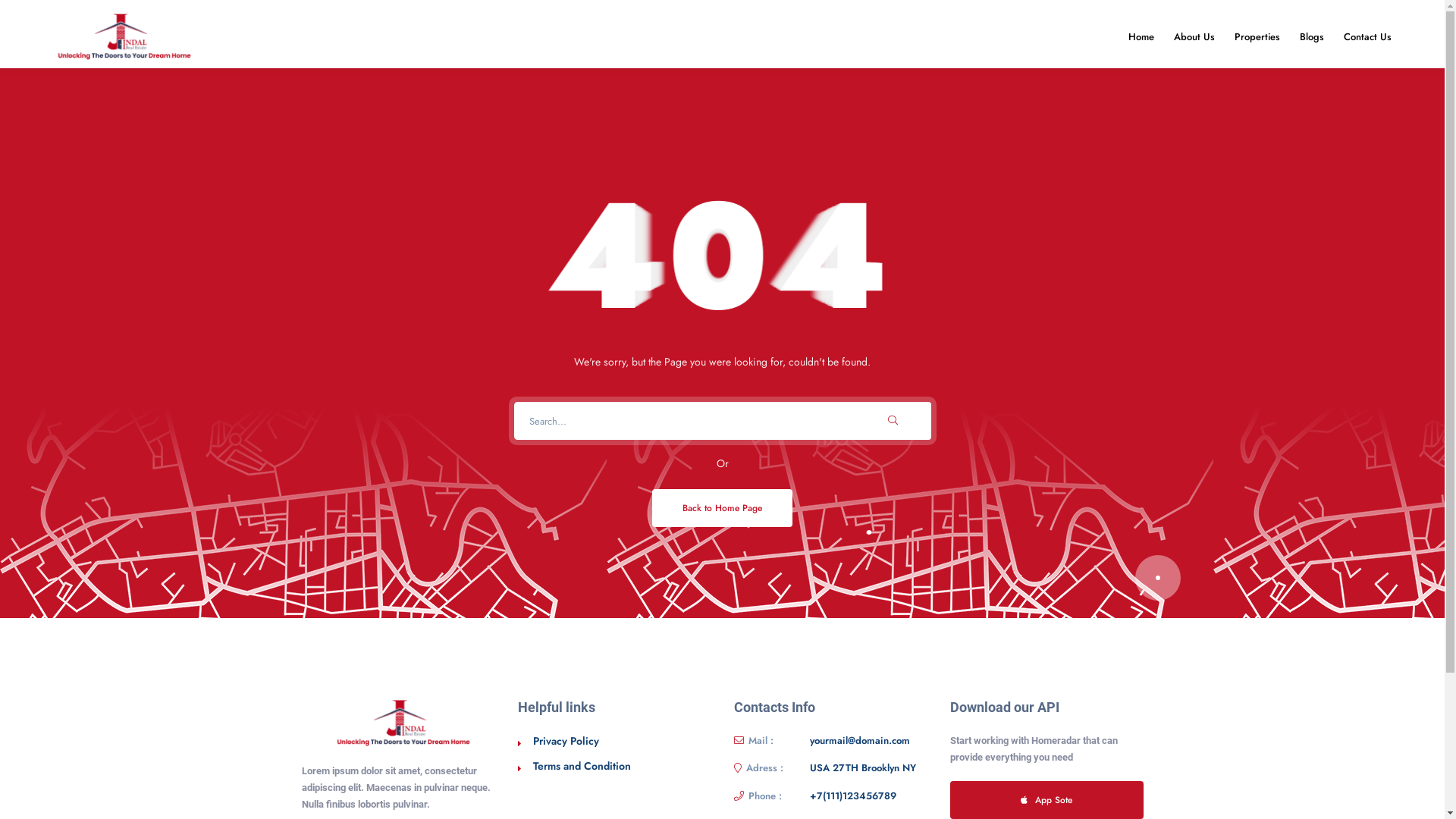 The image size is (1456, 819). I want to click on 'Terms and Condition', so click(580, 766).